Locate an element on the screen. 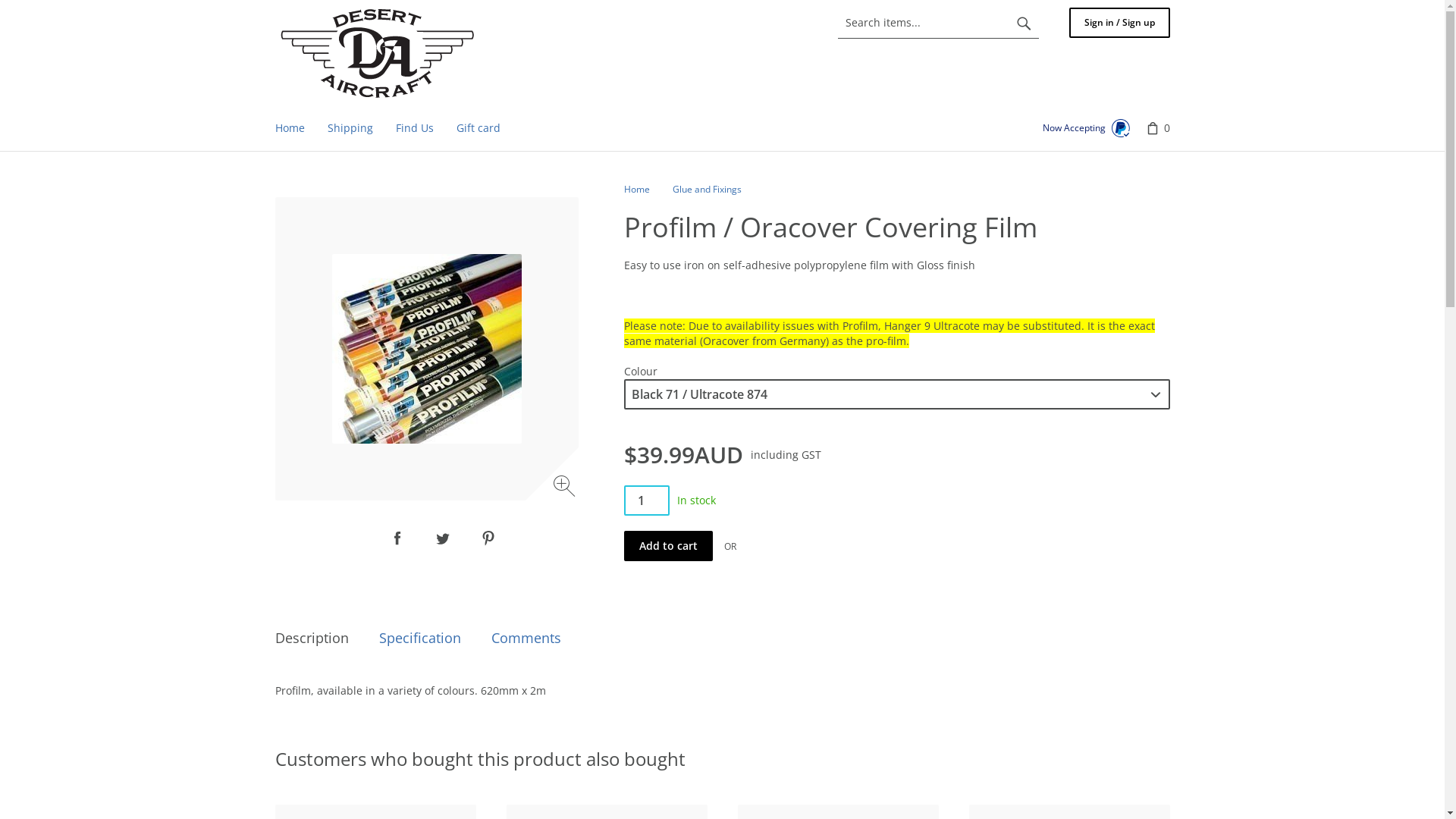 Image resolution: width=1456 pixels, height=819 pixels. 'Home' is located at coordinates (378, 52).